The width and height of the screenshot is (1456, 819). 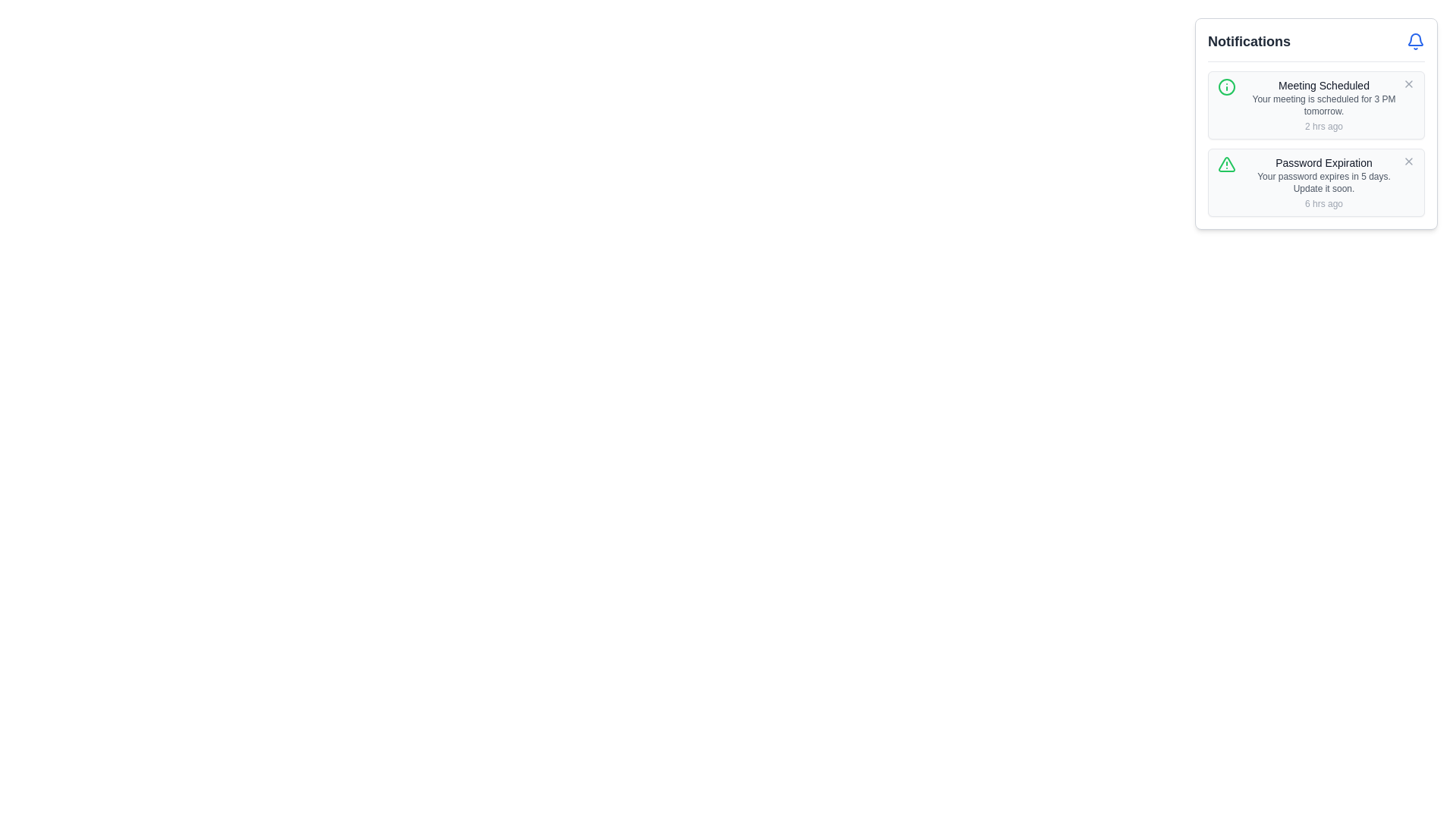 I want to click on the text element displaying '2 hrs ago', which is styled in light gray and located below the 'Your meeting is scheduled for 3 PM tomorrow' text in the notifications section, so click(x=1323, y=125).